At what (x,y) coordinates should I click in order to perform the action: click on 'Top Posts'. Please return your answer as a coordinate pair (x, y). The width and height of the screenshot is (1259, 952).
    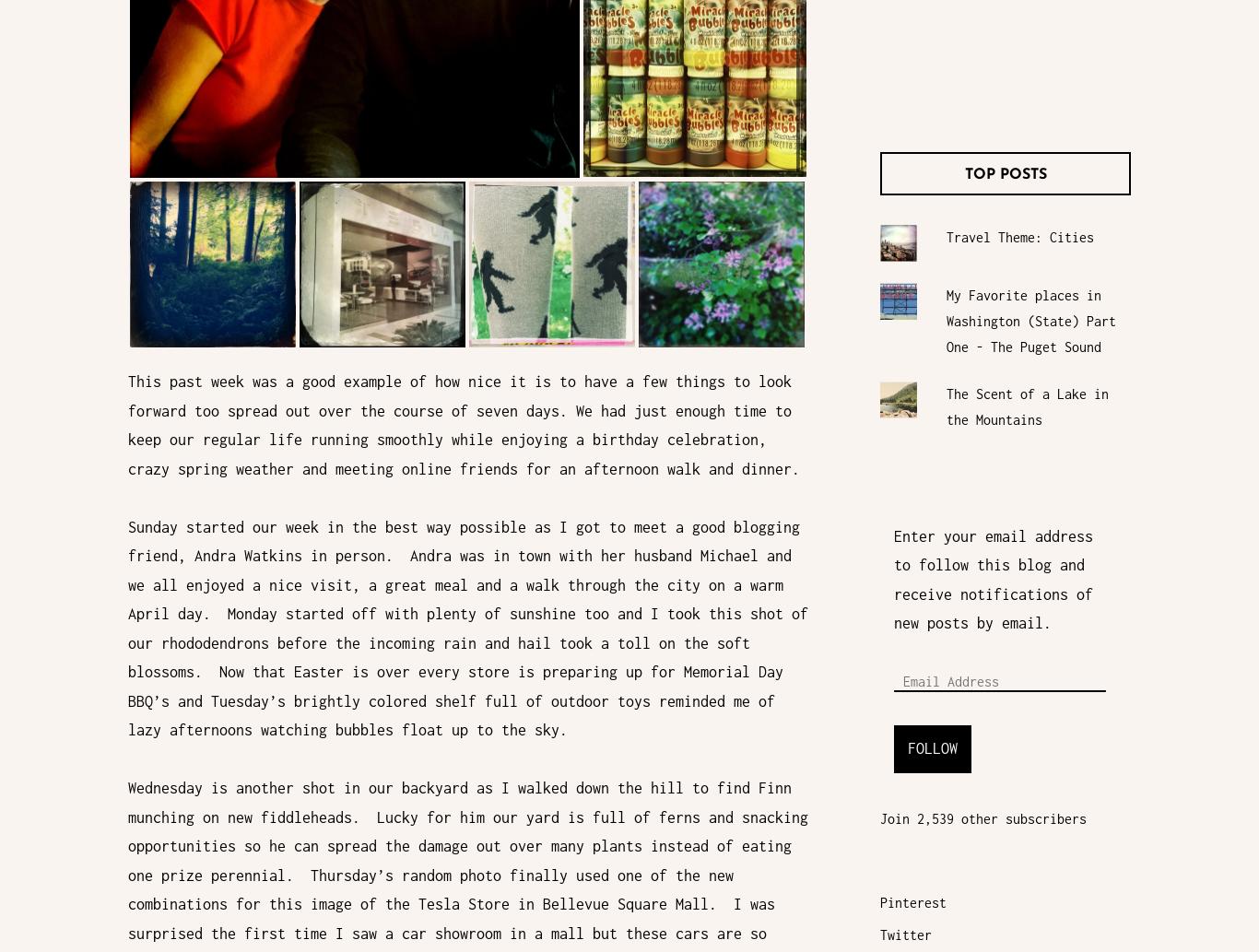
    Looking at the image, I should click on (1004, 173).